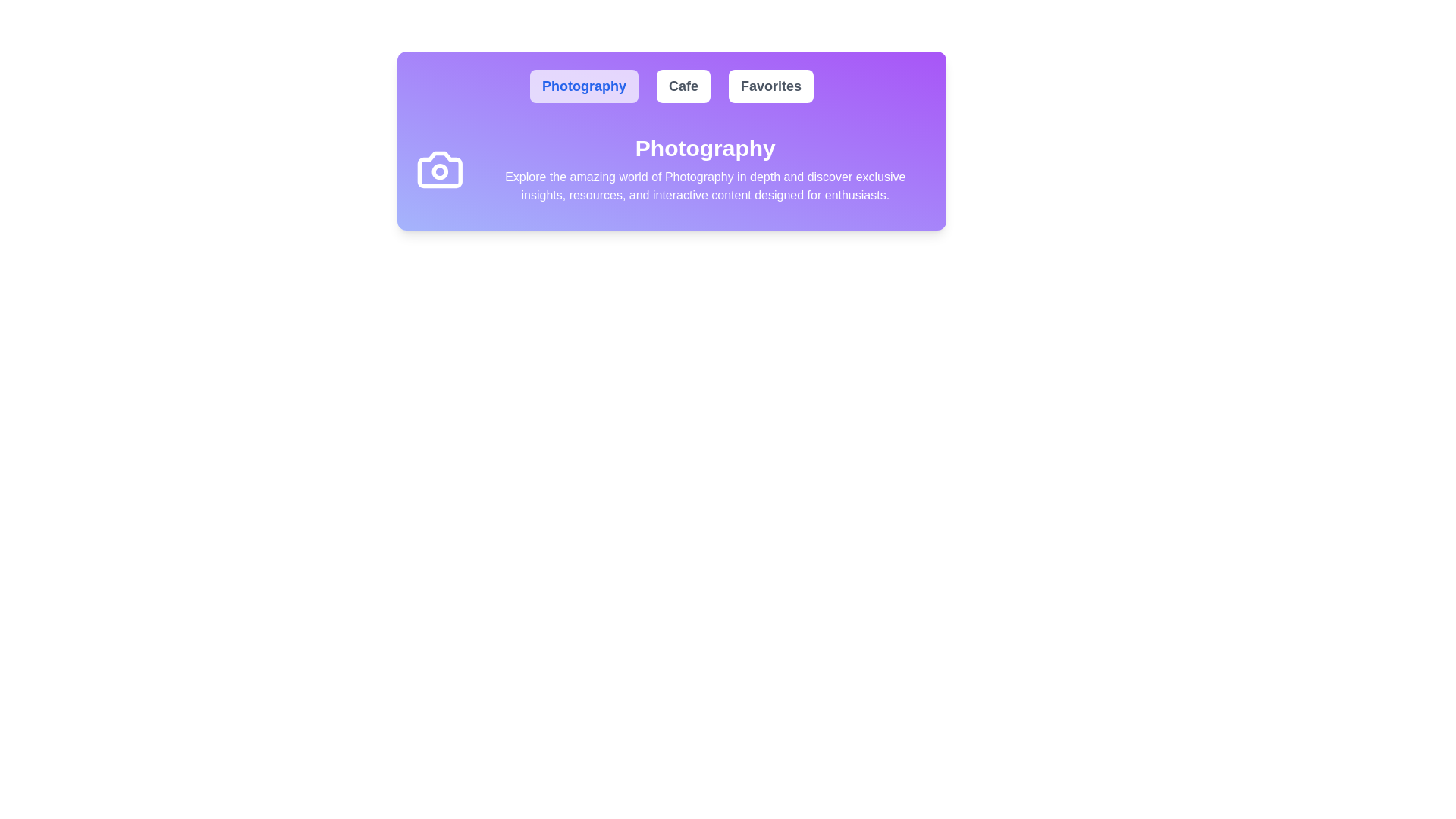  What do you see at coordinates (671, 140) in the screenshot?
I see `the buttons in the informational banner and navigation aid located at the upper-middle part of the interface to receive visual feedback` at bounding box center [671, 140].